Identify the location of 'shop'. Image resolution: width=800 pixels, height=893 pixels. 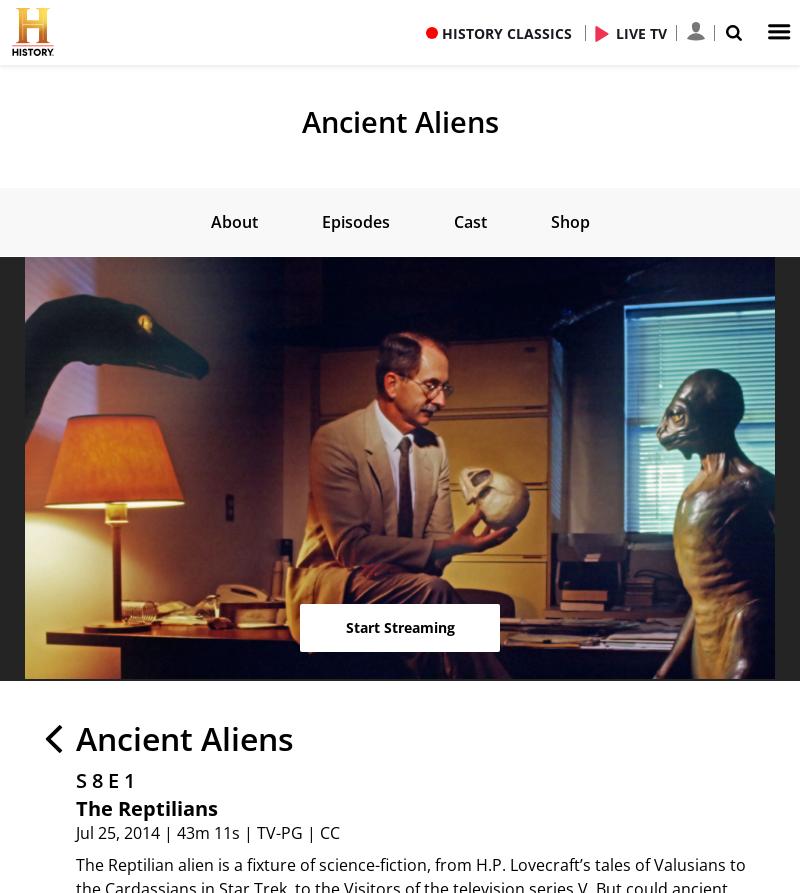
(568, 220).